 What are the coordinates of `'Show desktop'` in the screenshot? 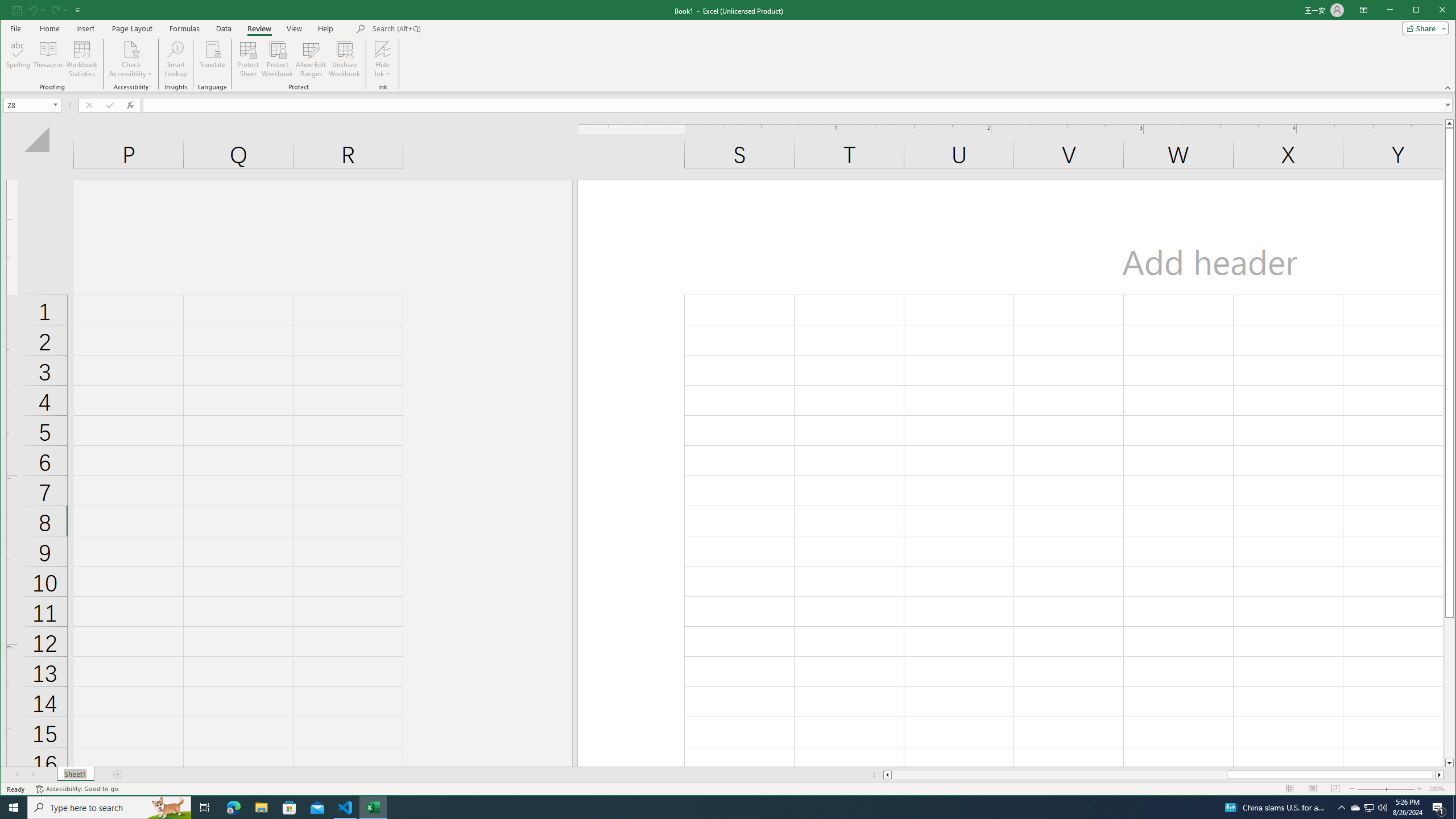 It's located at (1454, 806).